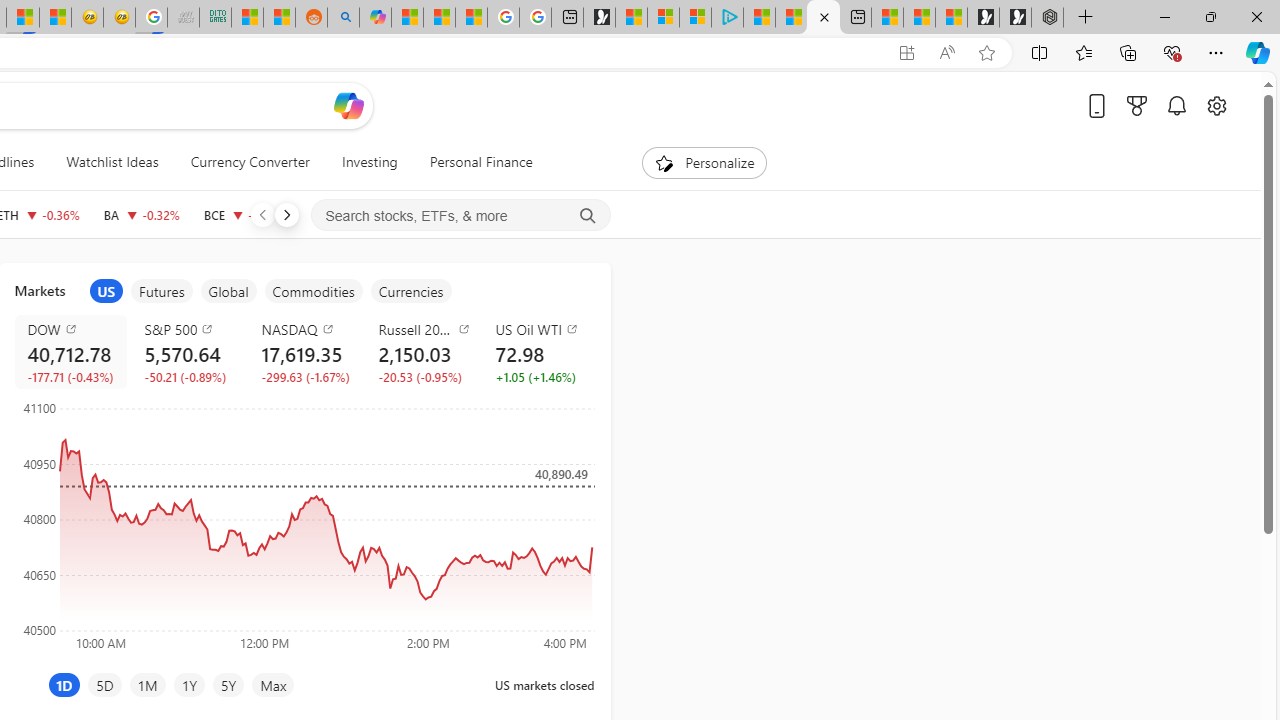  What do you see at coordinates (343, 17) in the screenshot?
I see `'Utah sues federal government - Search'` at bounding box center [343, 17].